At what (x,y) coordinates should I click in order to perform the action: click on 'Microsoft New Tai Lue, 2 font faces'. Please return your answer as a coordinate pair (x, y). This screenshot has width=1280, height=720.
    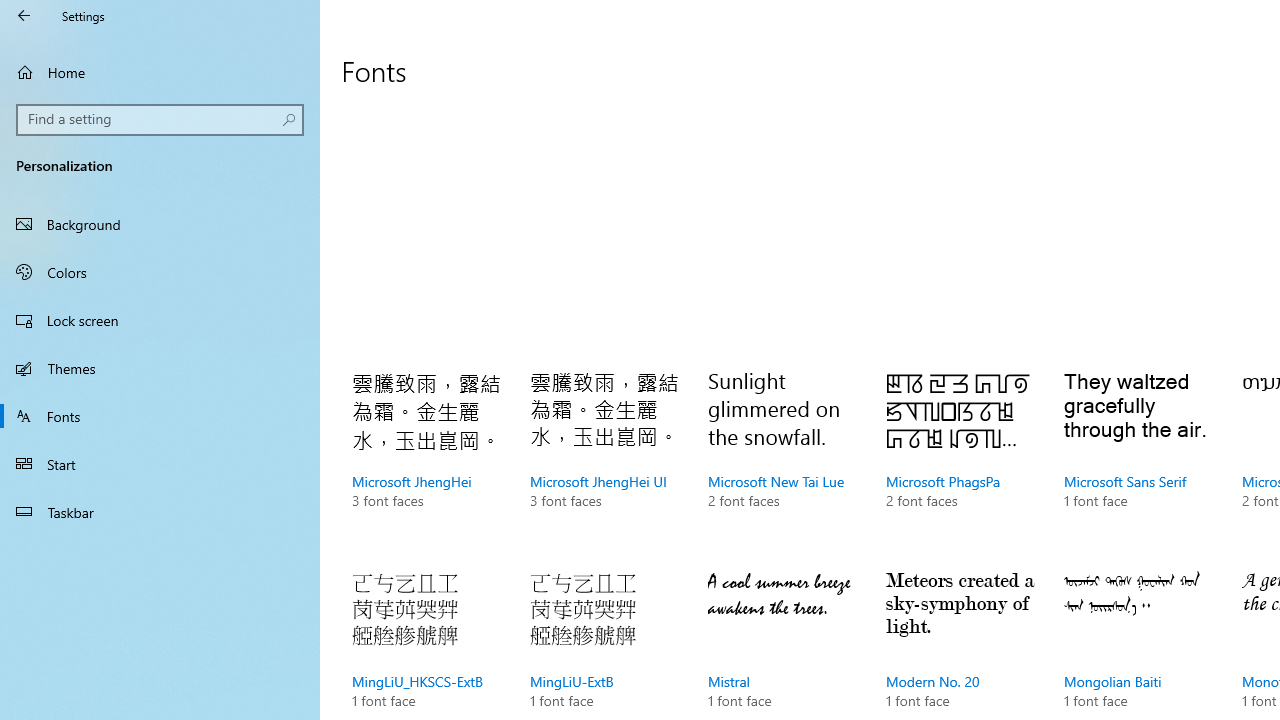
    Looking at the image, I should click on (782, 460).